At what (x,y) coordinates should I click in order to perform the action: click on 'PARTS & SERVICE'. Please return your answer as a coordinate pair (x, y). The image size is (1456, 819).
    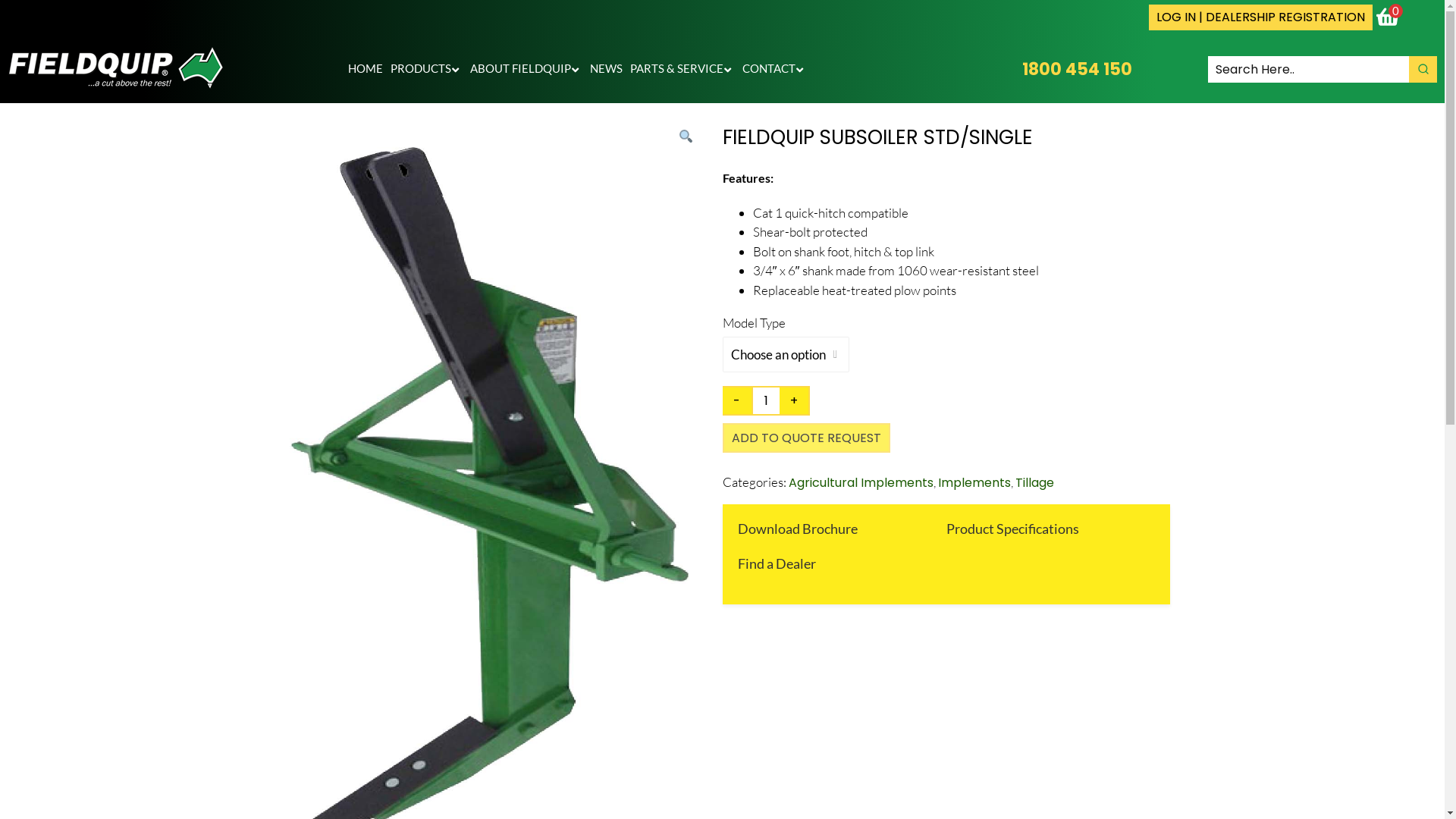
    Looking at the image, I should click on (682, 69).